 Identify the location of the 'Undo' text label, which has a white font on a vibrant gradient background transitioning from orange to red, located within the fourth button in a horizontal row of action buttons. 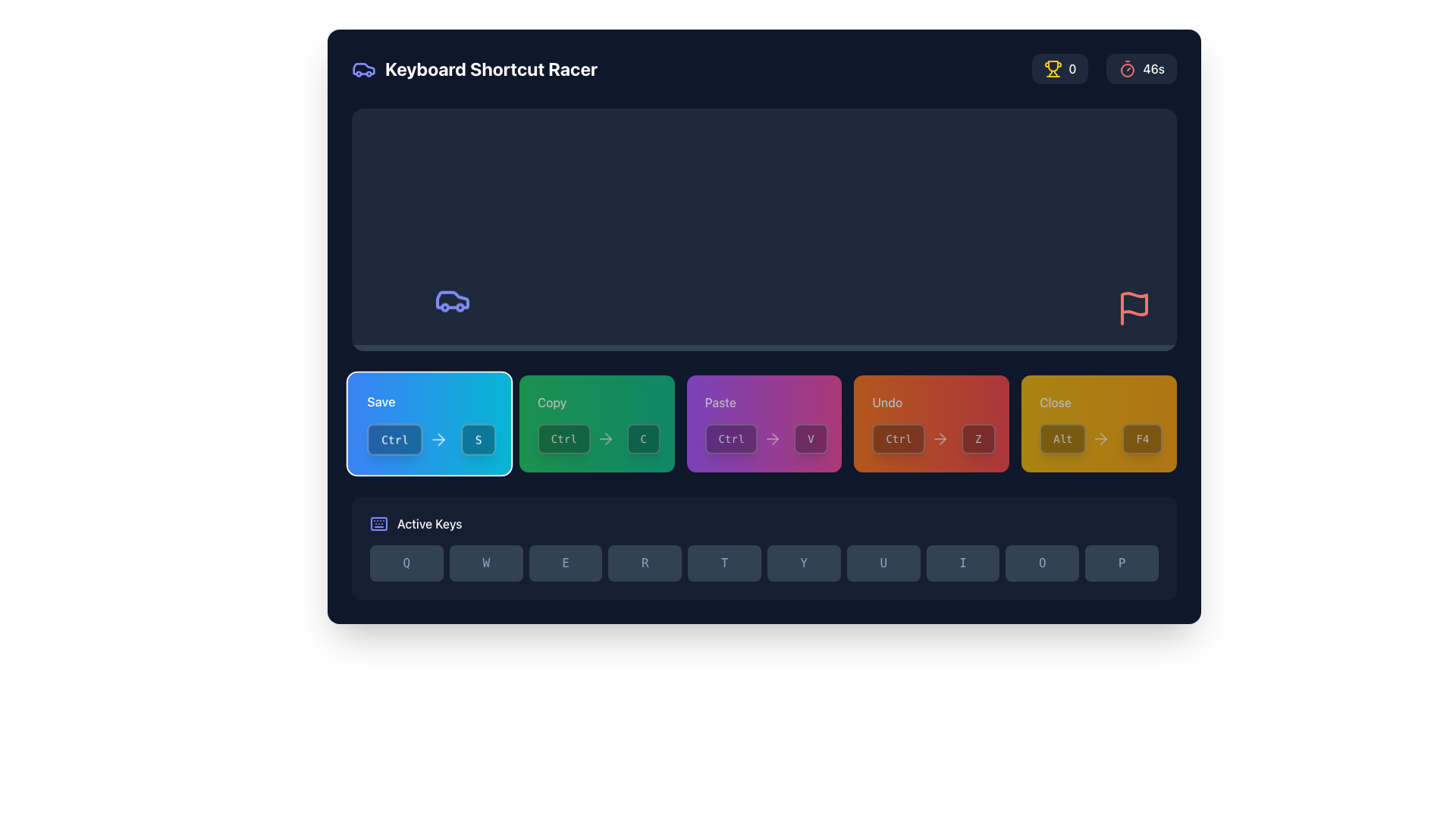
(930, 402).